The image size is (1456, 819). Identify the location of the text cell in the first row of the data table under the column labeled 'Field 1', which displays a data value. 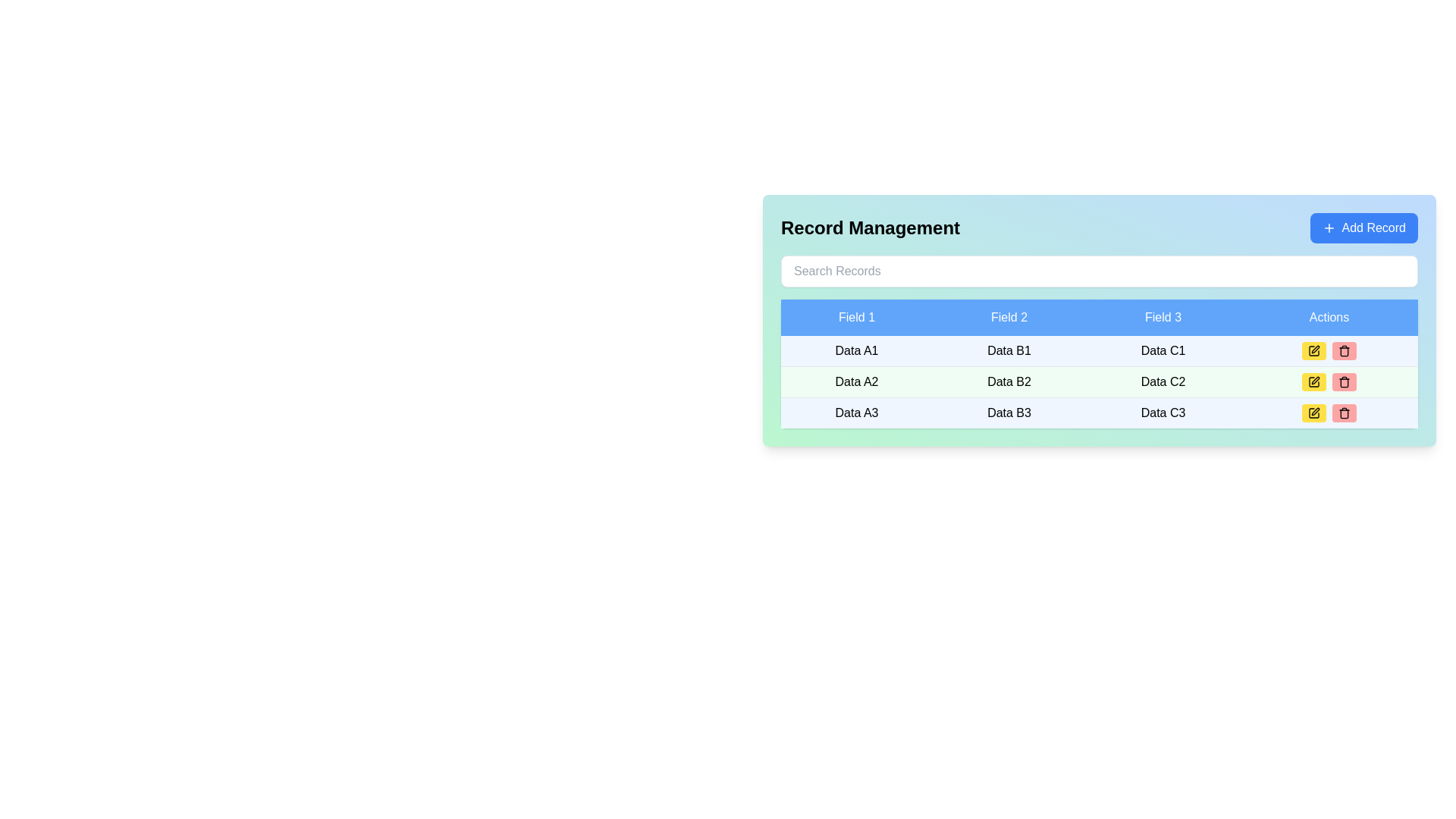
(857, 351).